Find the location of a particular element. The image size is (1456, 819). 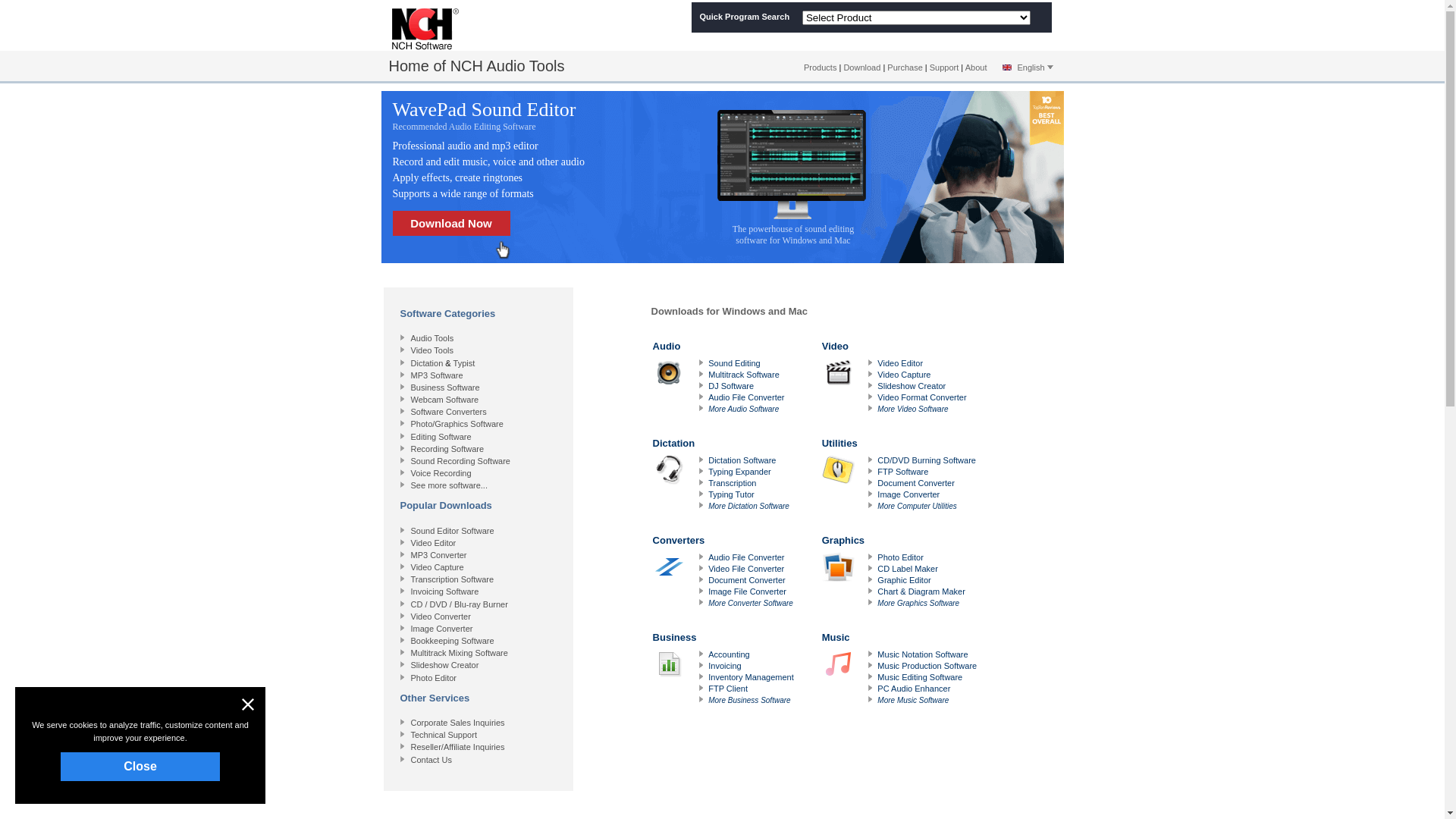

'Download Now' is located at coordinates (450, 223).